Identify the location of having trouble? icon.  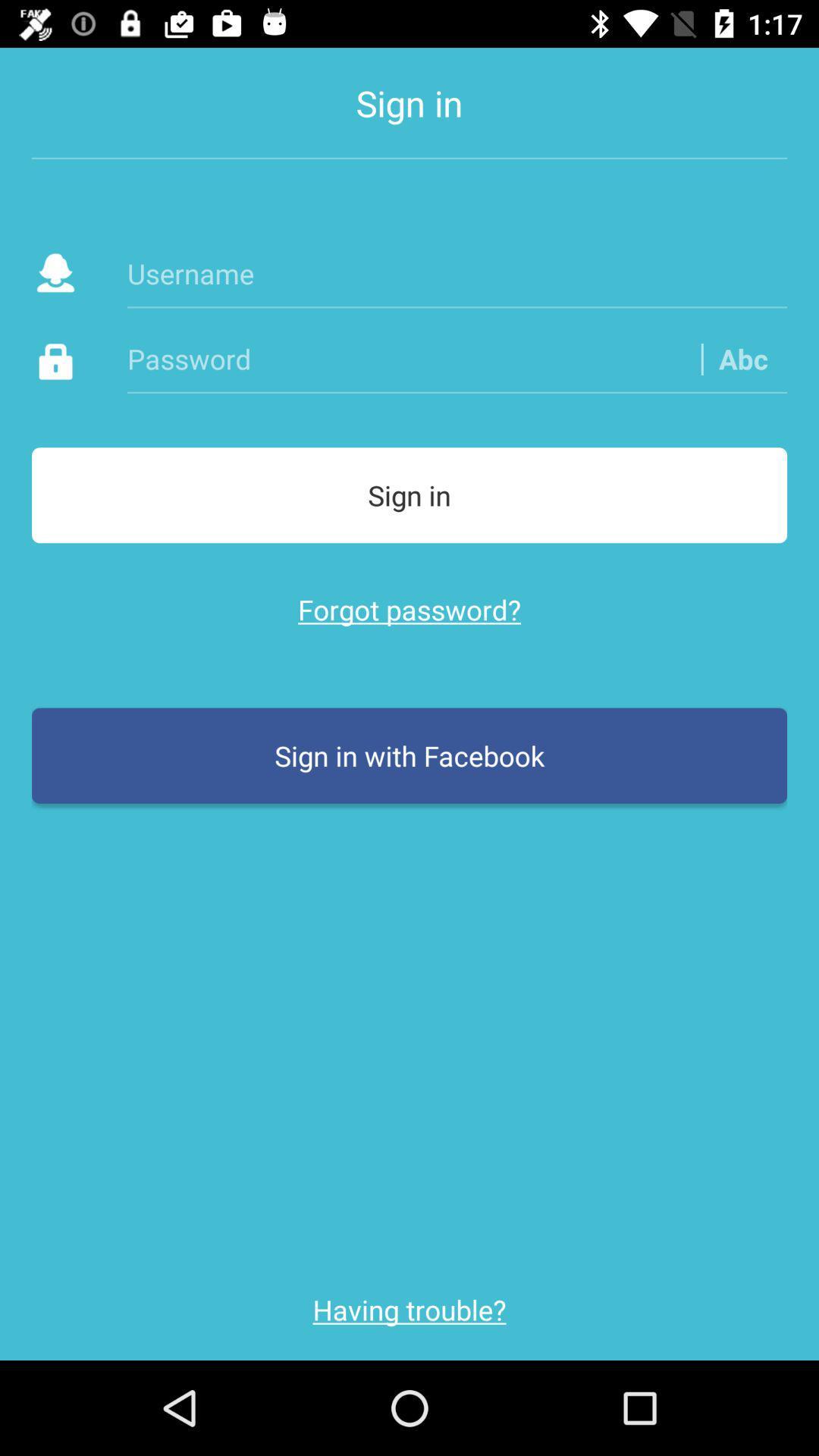
(409, 1309).